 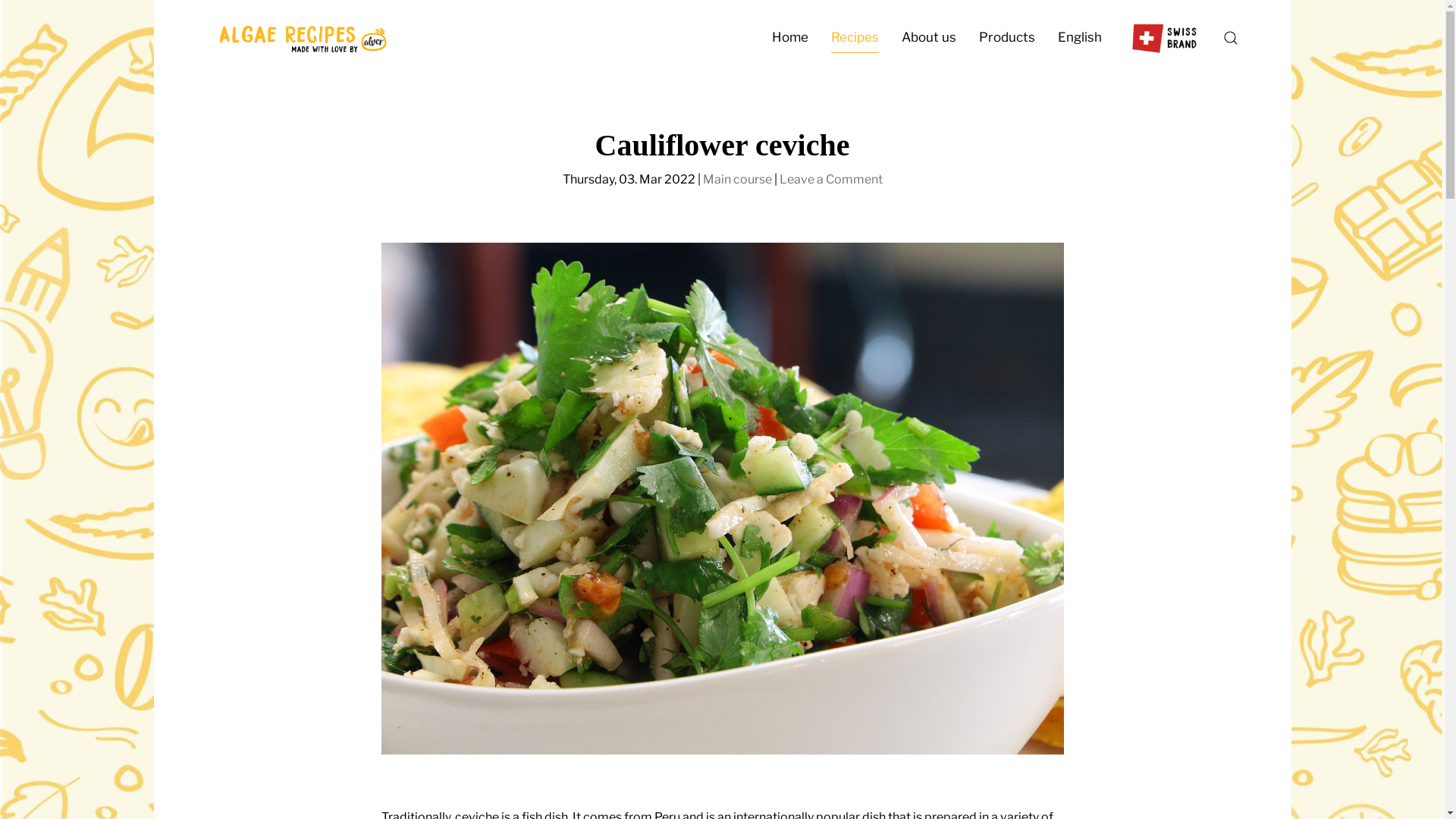 I want to click on 'Leave a Comment', so click(x=830, y=178).